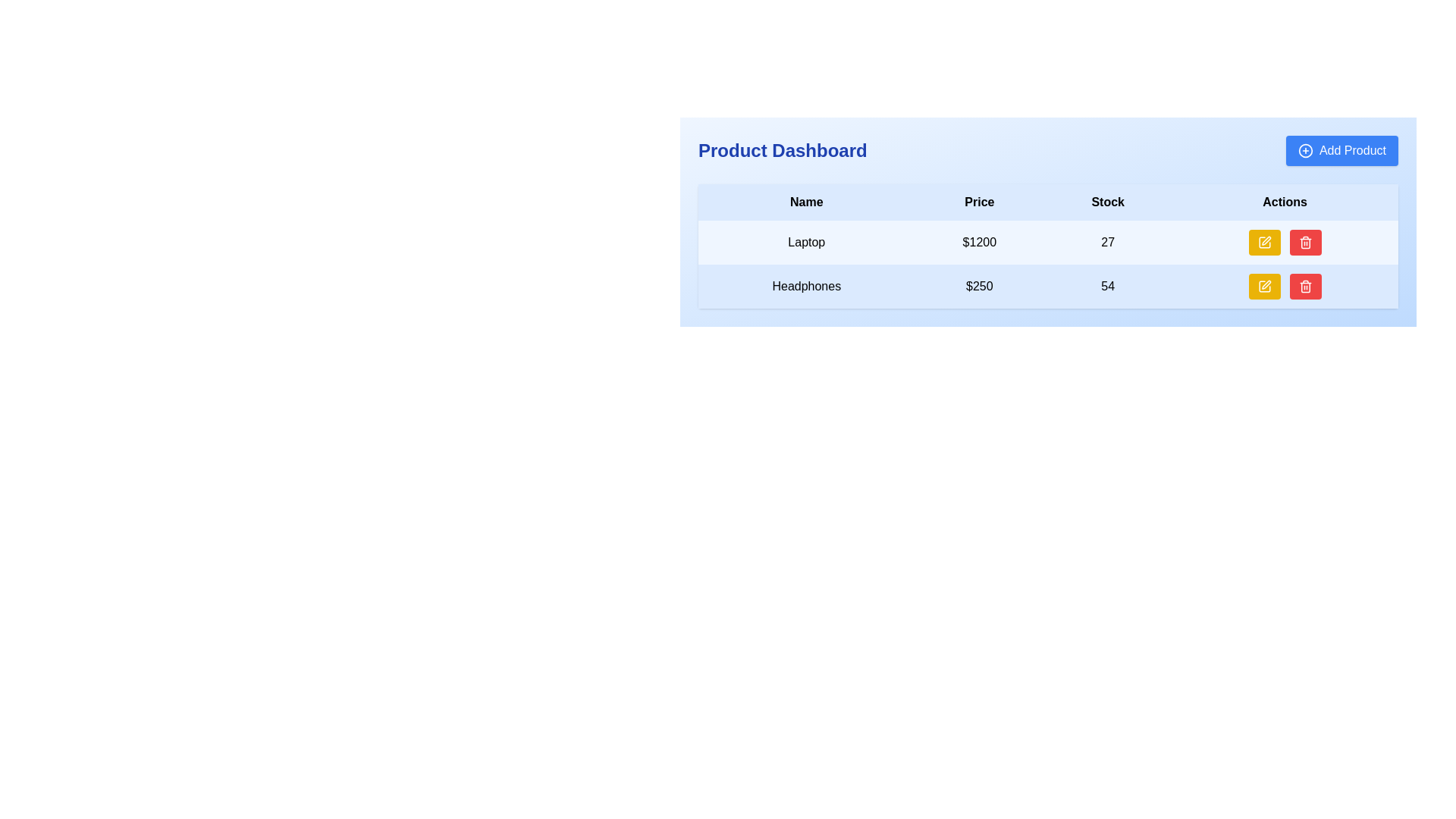 The width and height of the screenshot is (1456, 819). I want to click on the trash icon button with a red background in the 'Actions' column of the second row corresponding to 'Headphones' product, so click(1304, 242).